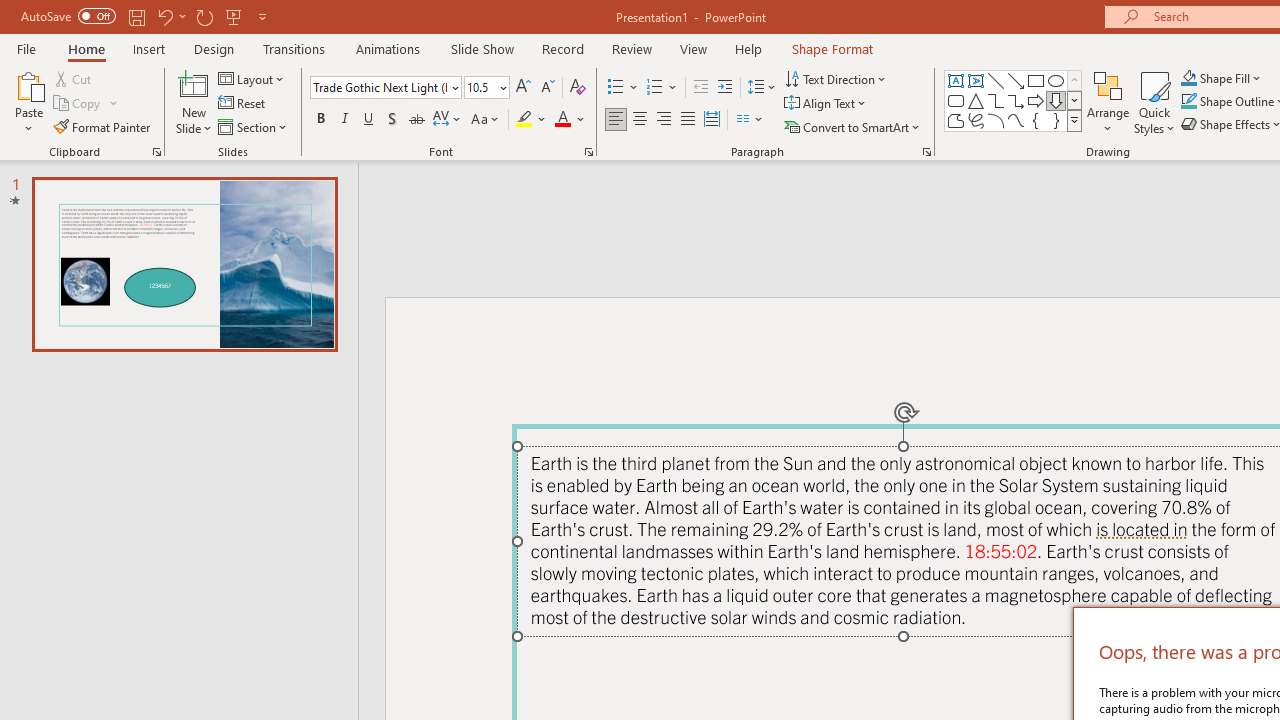 This screenshot has width=1280, height=720. I want to click on 'Customize Quick Access Toolbar', so click(262, 16).